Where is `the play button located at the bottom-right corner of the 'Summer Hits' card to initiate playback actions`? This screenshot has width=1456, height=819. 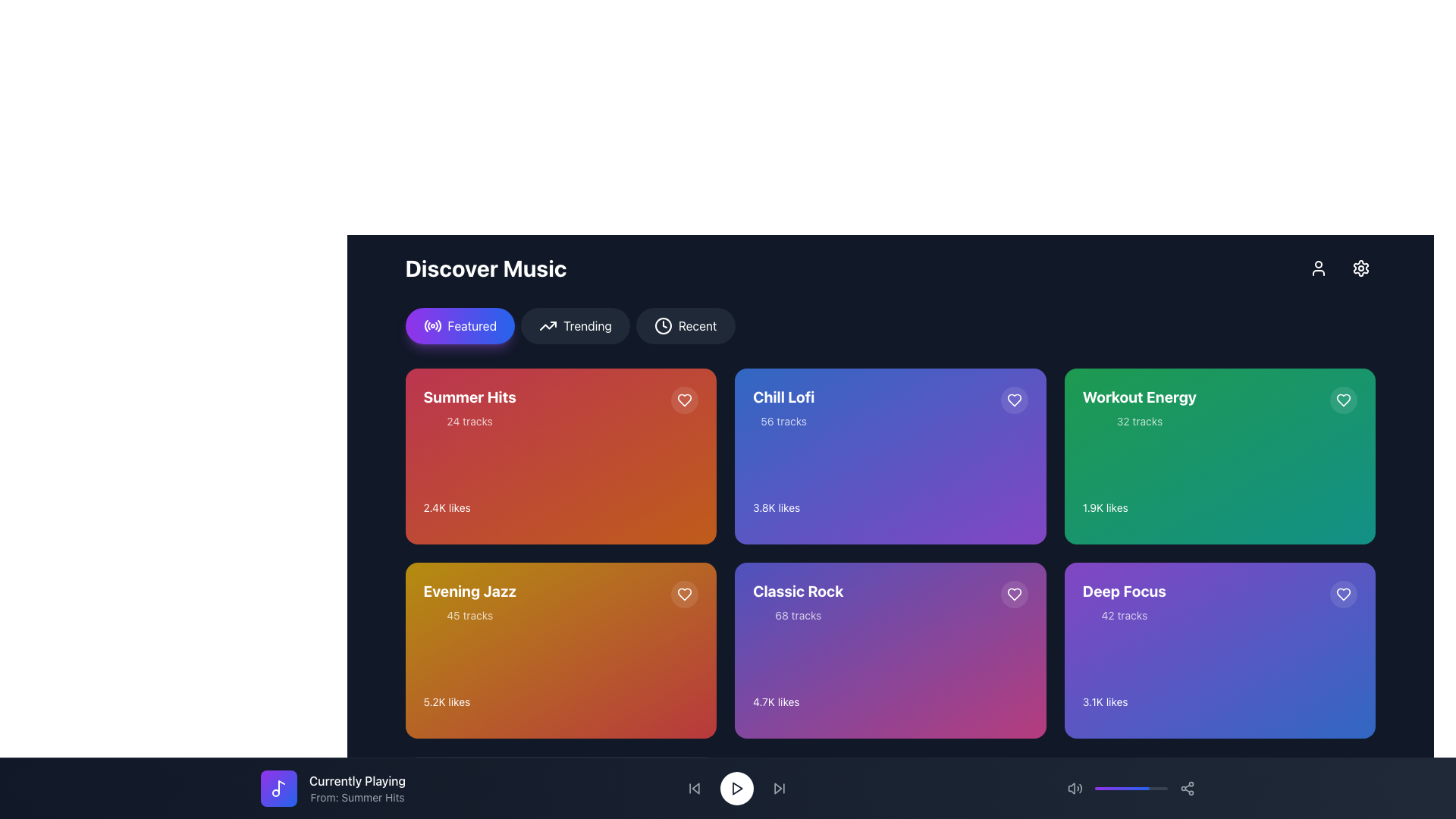 the play button located at the bottom-right corner of the 'Summer Hits' card to initiate playback actions is located at coordinates (680, 532).